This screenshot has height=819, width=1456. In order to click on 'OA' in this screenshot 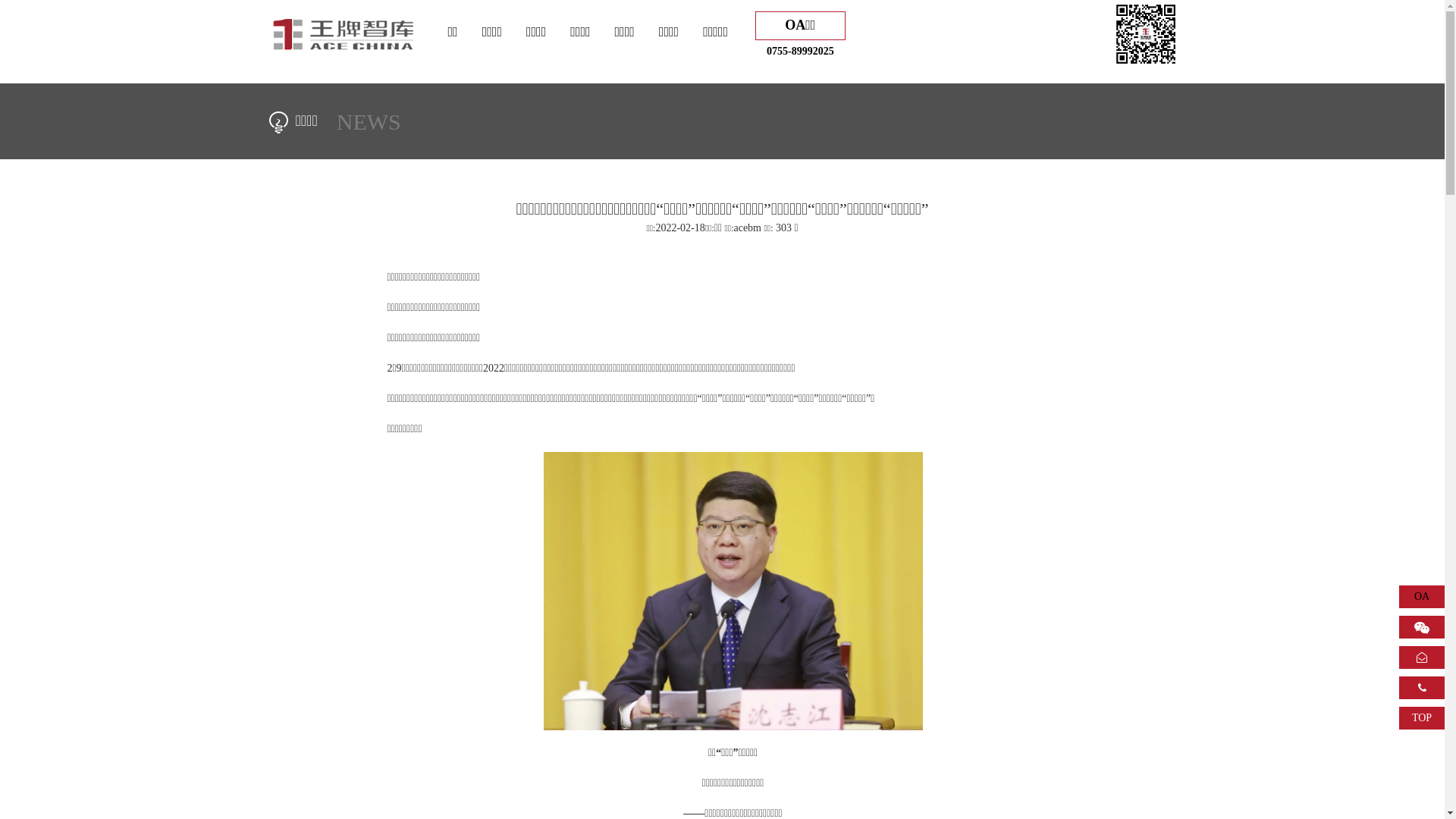, I will do `click(1421, 595)`.